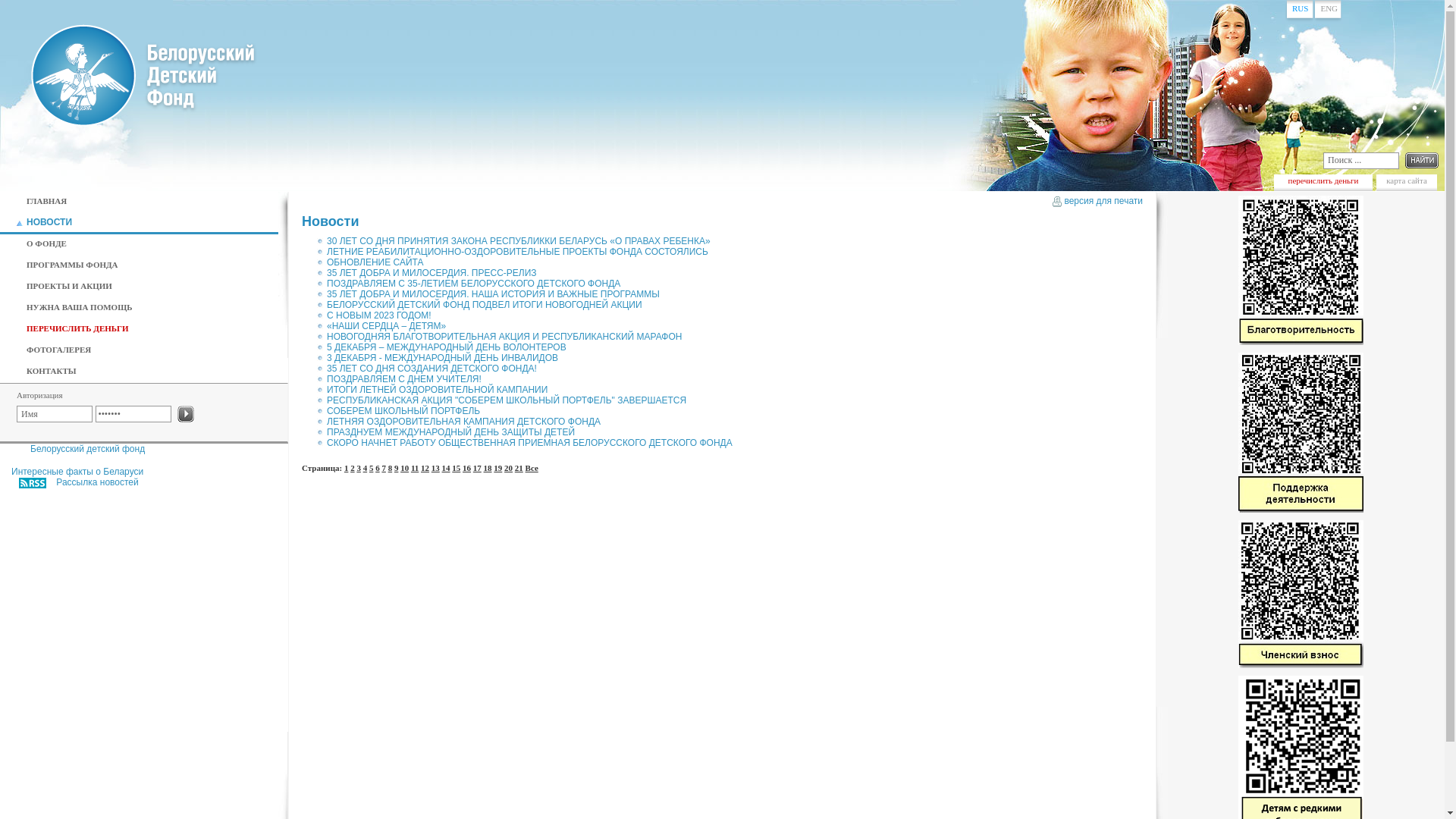 The image size is (1456, 819). What do you see at coordinates (371, 463) in the screenshot?
I see `'5'` at bounding box center [371, 463].